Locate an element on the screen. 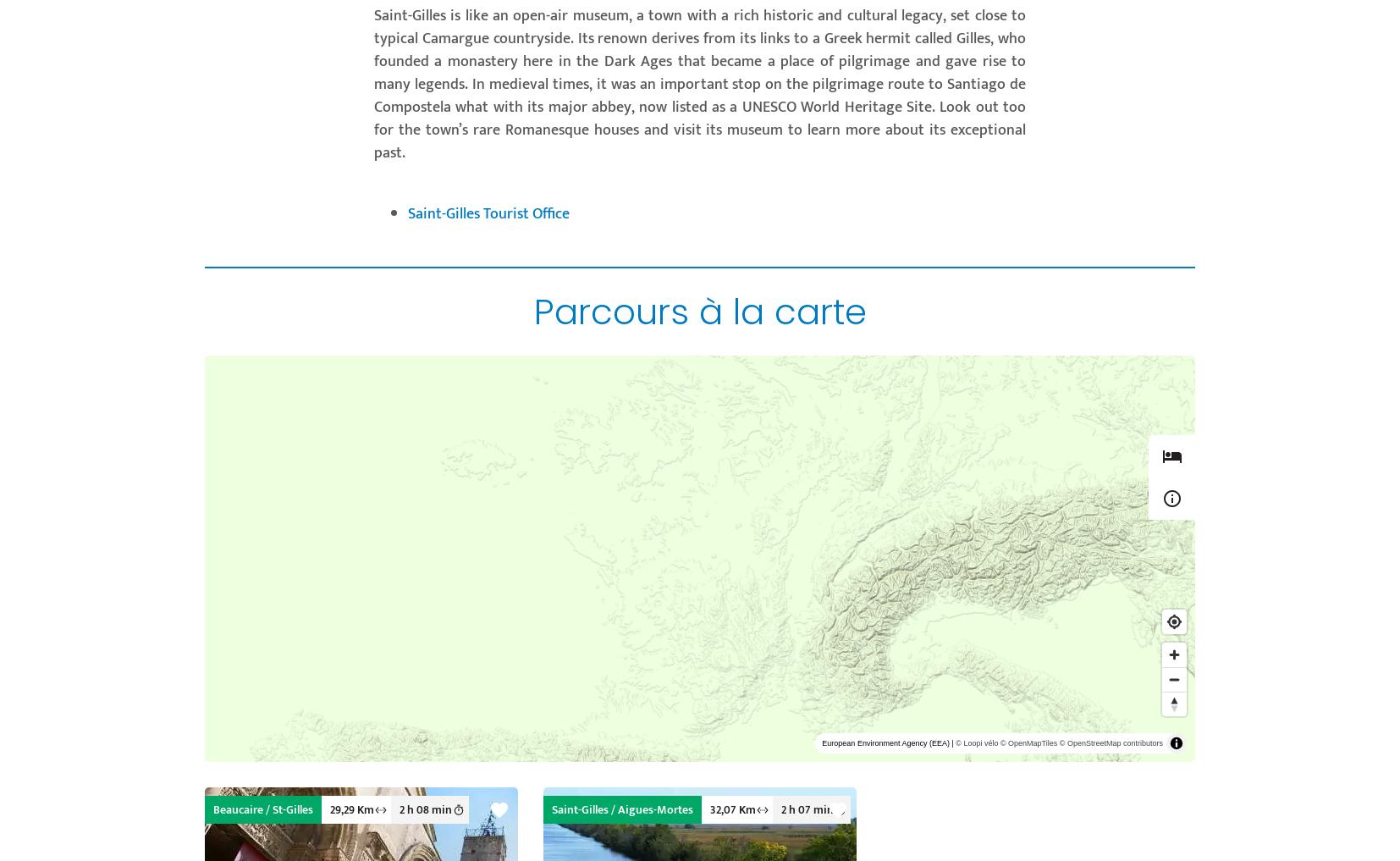 This screenshot has height=861, width=1400. '32,07 Km' is located at coordinates (709, 809).